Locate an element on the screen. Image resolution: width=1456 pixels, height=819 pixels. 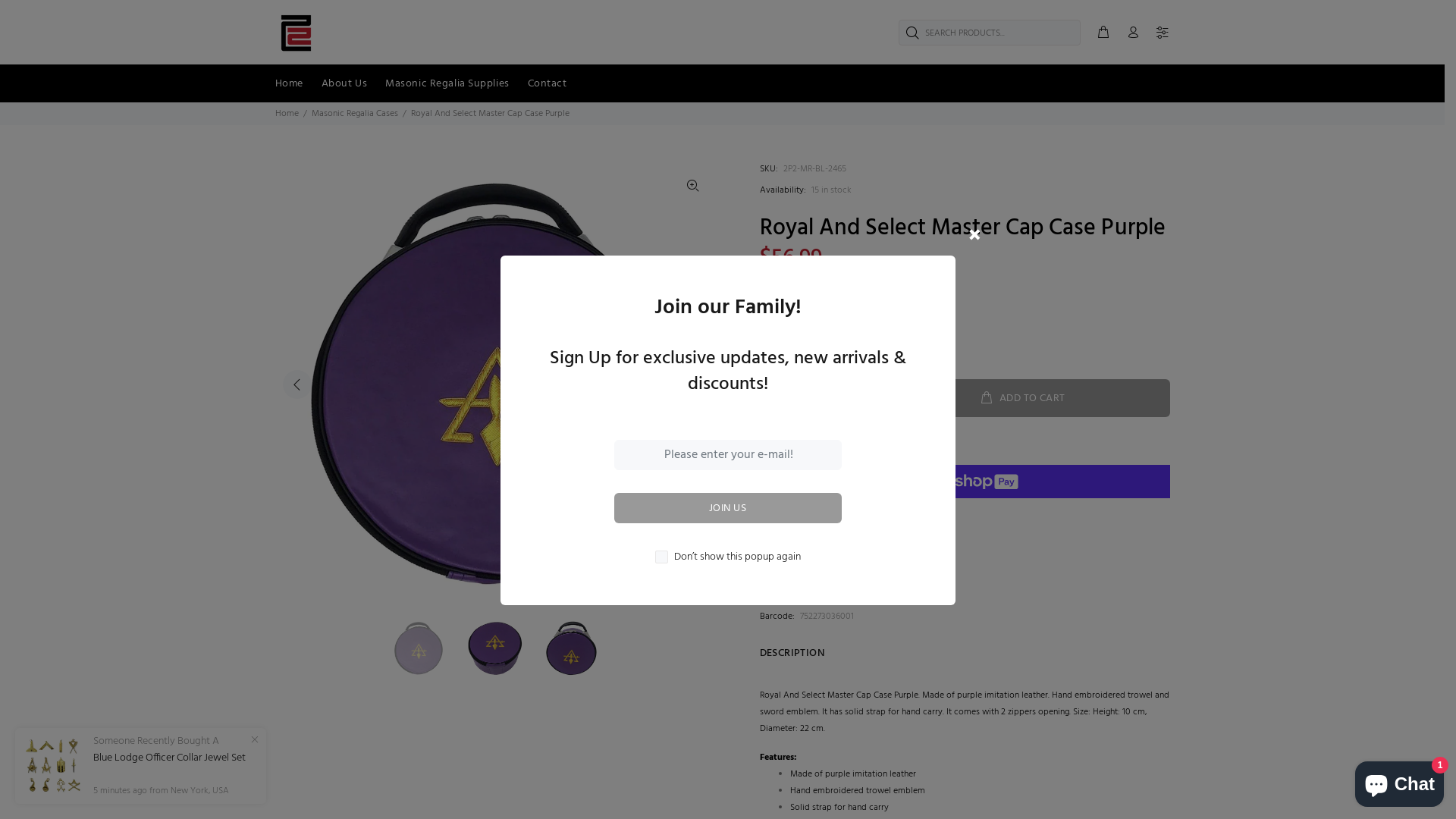
'Home' is located at coordinates (286, 113).